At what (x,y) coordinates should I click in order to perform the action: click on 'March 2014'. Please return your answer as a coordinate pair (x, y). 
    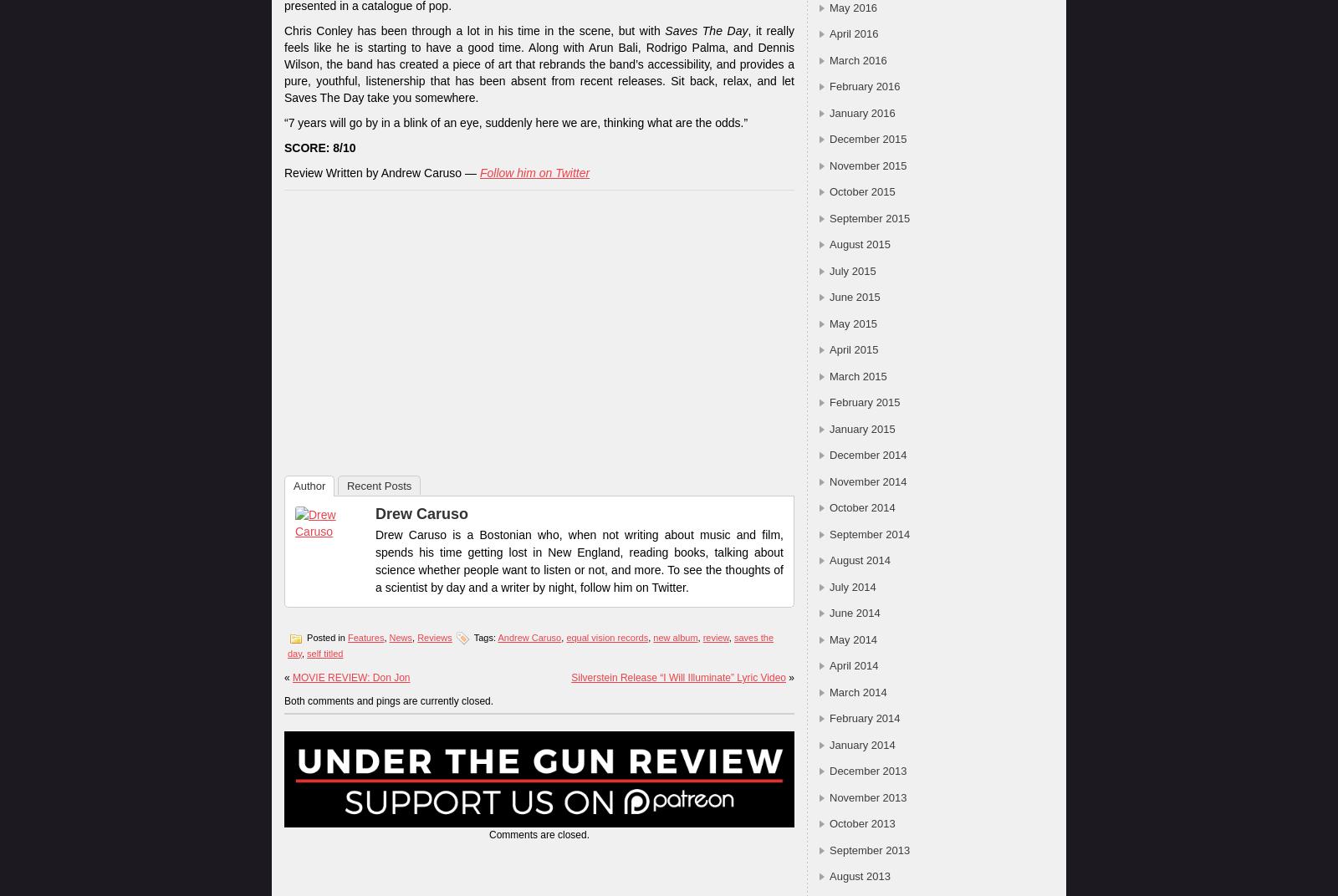
    Looking at the image, I should click on (857, 690).